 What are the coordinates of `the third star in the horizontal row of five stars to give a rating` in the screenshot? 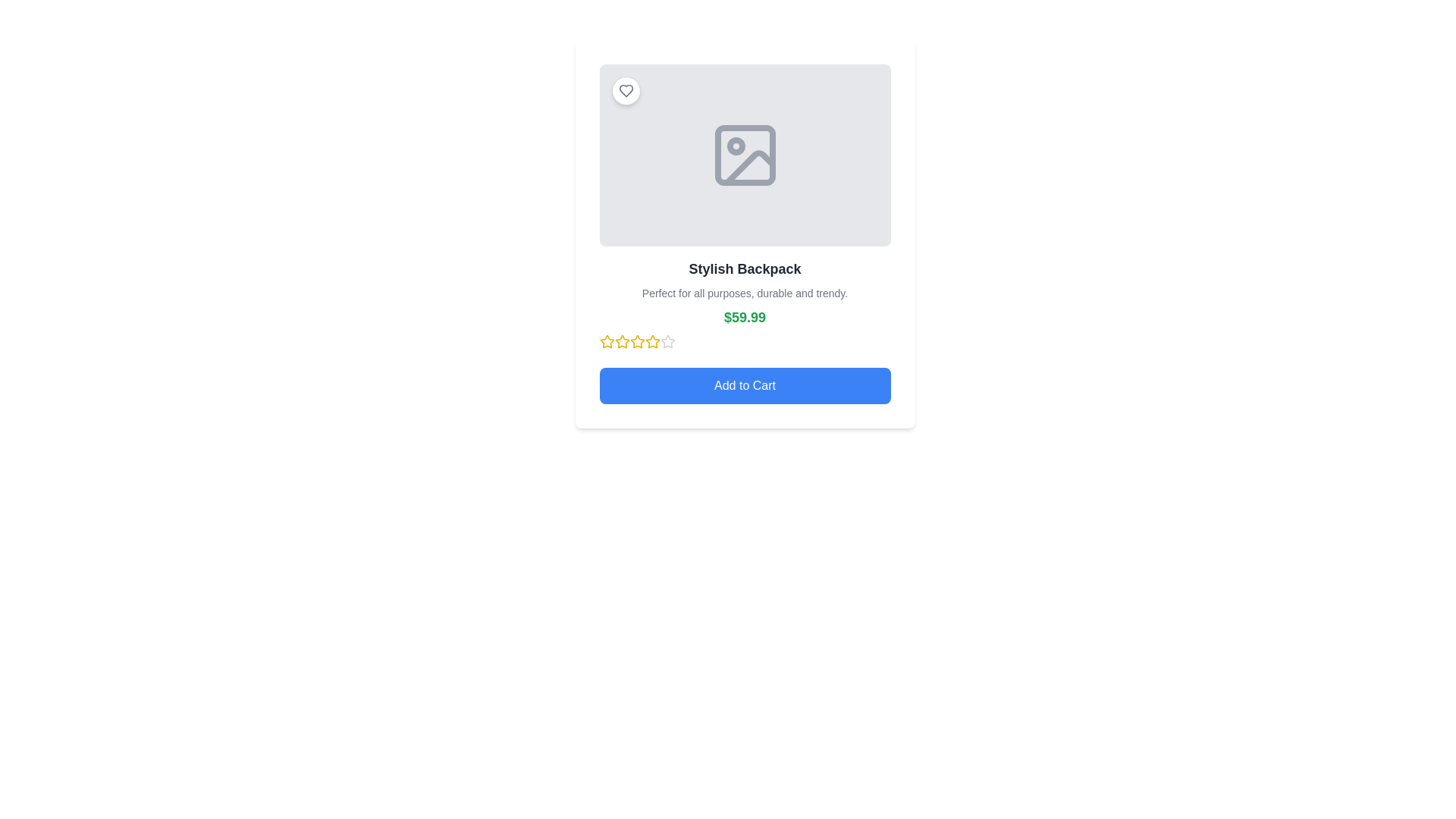 It's located at (637, 341).